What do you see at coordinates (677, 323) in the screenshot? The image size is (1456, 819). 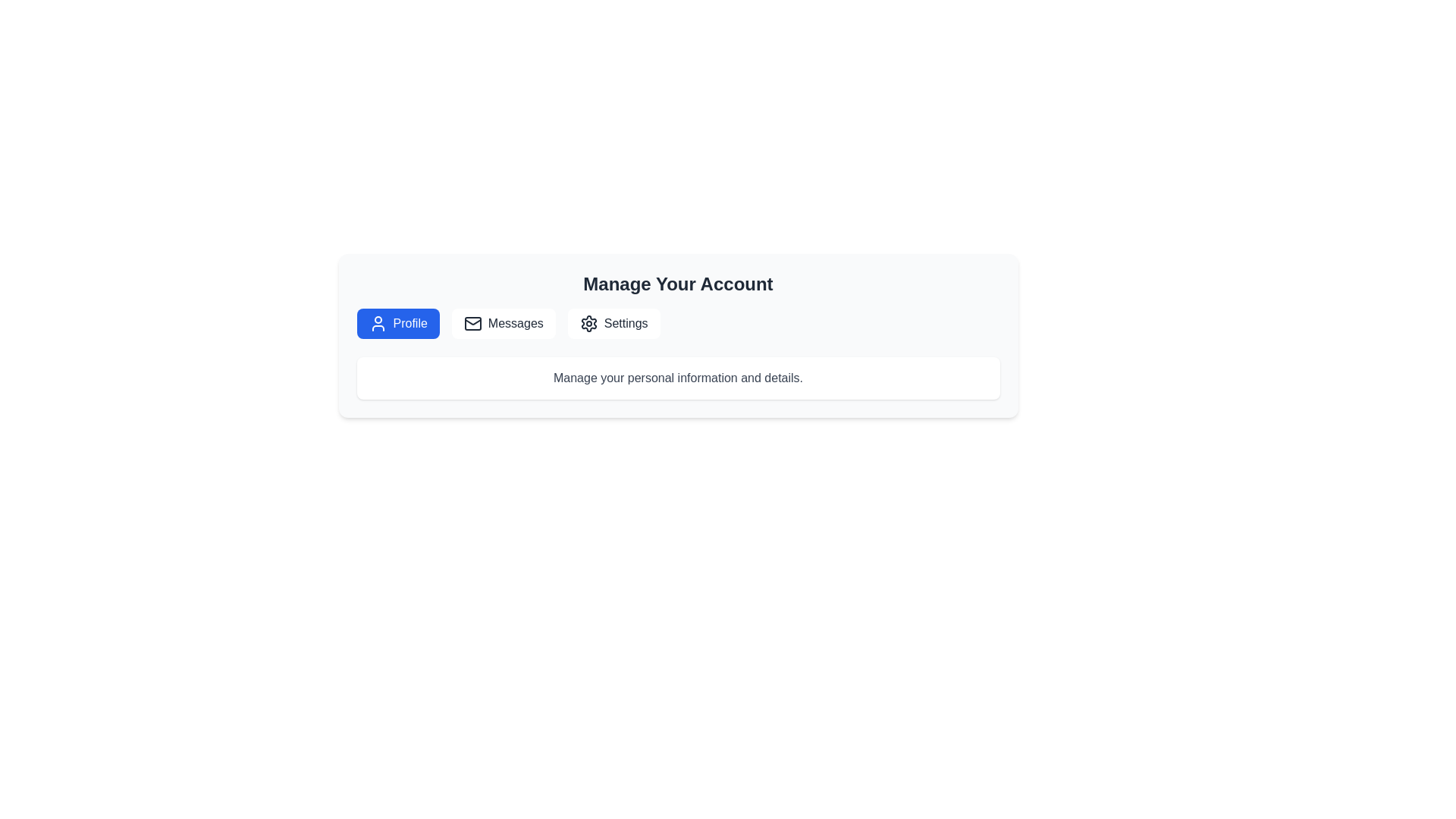 I see `the 'Messages' button in the horizontal navigation group located under the title 'Manage Your Account'` at bounding box center [677, 323].